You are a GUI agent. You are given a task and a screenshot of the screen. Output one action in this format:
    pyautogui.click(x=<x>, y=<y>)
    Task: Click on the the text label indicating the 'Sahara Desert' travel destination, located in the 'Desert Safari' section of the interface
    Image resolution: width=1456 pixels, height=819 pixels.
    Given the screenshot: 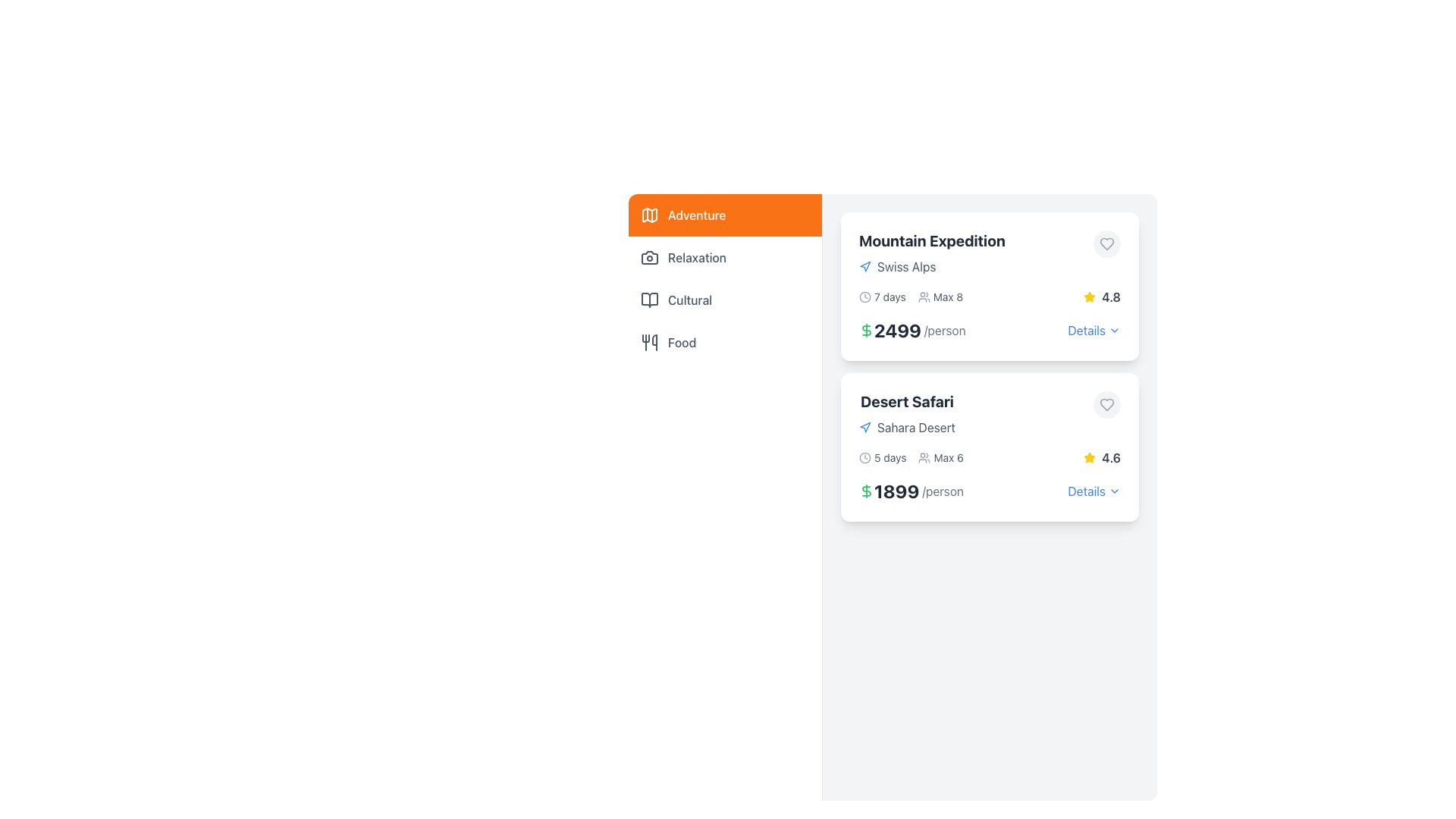 What is the action you would take?
    pyautogui.click(x=915, y=427)
    